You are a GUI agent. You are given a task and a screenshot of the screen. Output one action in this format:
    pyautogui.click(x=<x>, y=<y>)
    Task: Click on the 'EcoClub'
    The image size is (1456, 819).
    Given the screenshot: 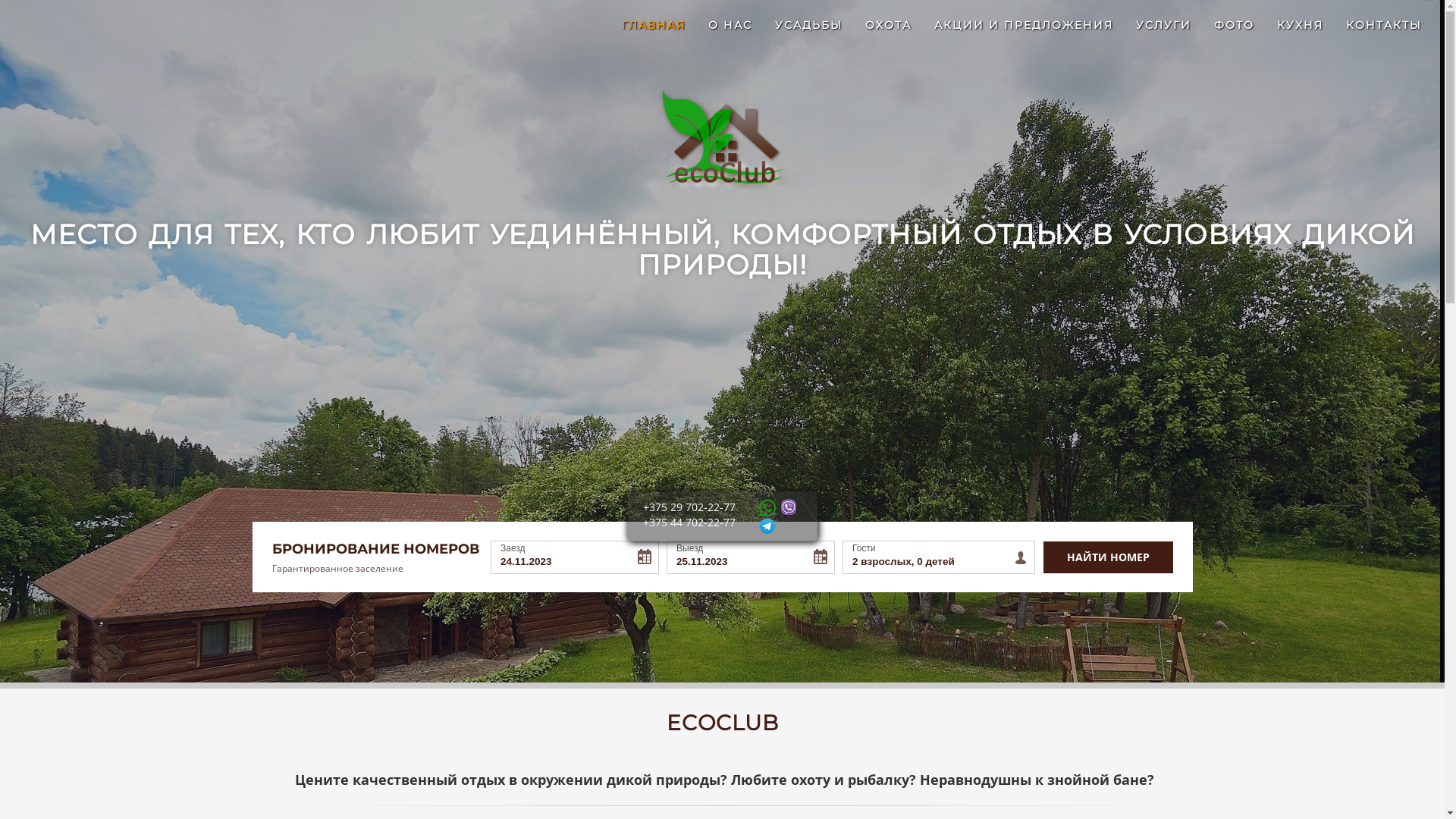 What is the action you would take?
    pyautogui.click(x=720, y=136)
    